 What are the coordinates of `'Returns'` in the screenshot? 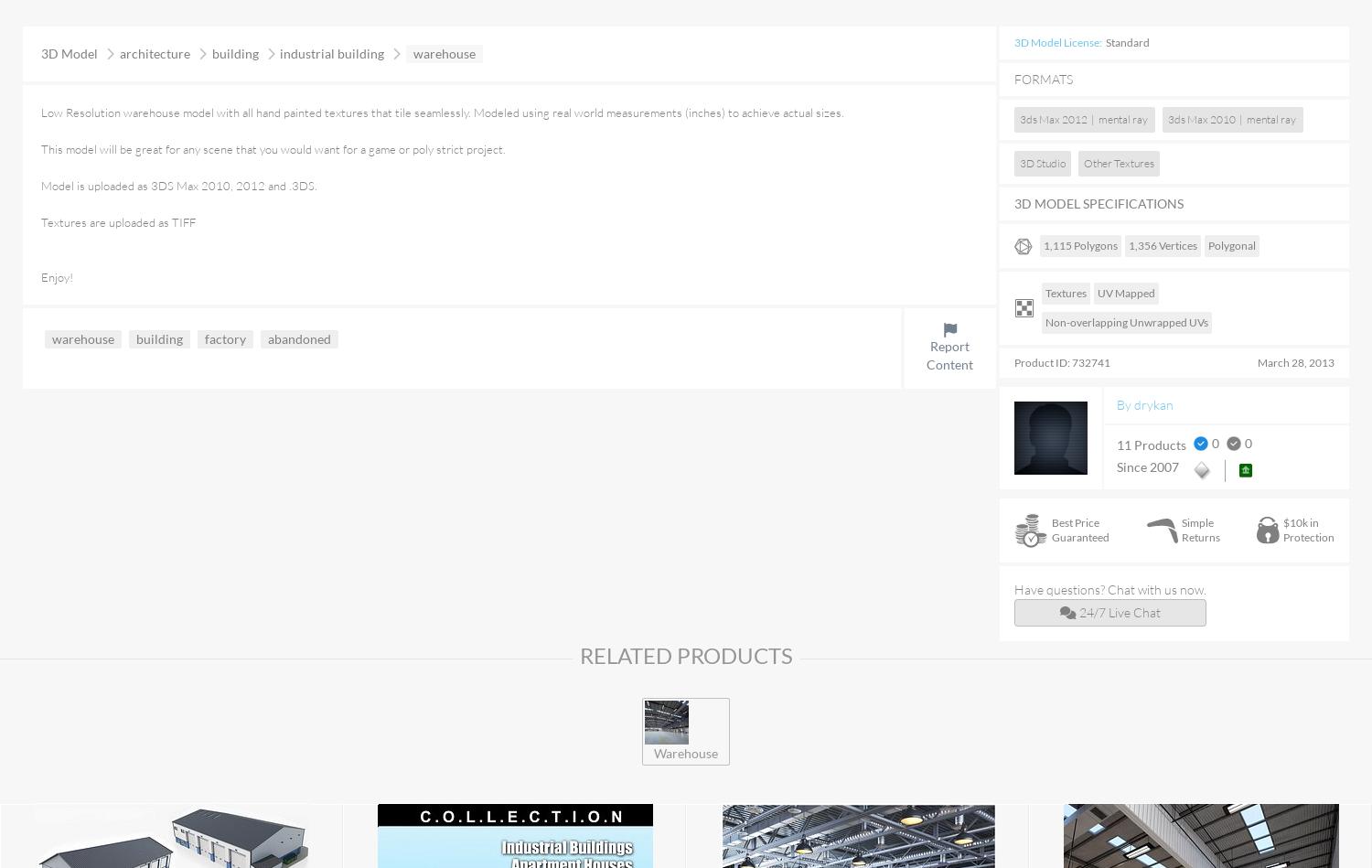 It's located at (1200, 536).